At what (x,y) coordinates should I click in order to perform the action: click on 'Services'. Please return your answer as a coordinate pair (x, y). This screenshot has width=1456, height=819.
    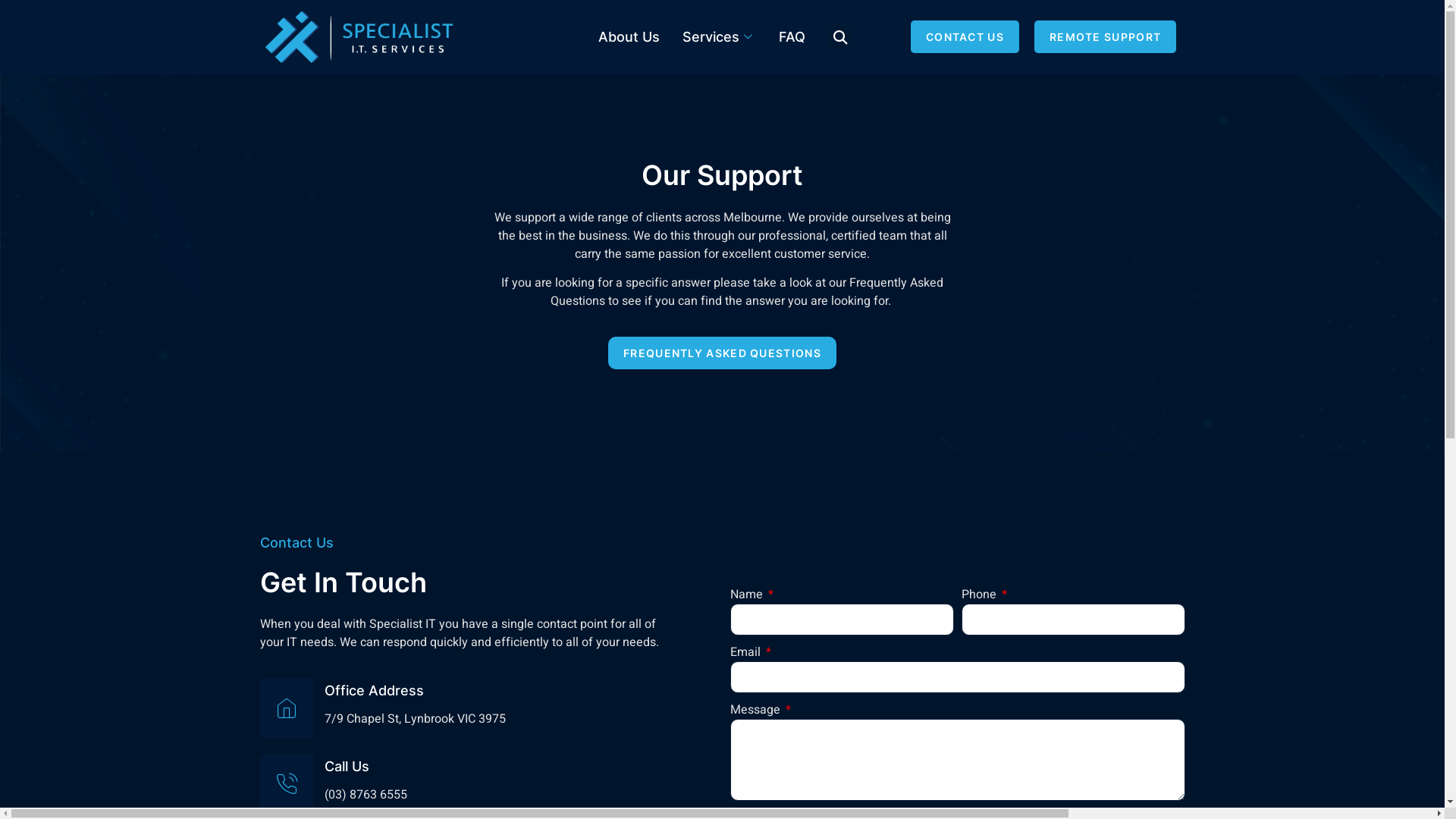
    Looking at the image, I should click on (669, 36).